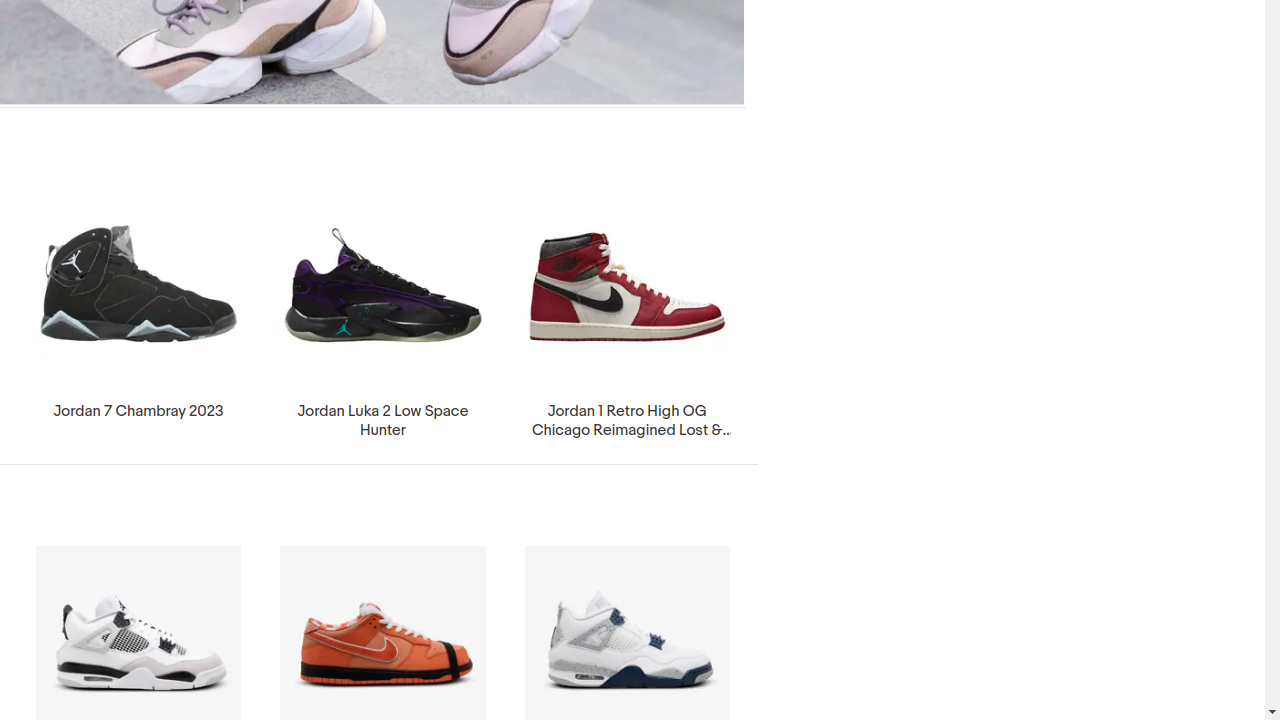 The image size is (1280, 720). Describe the element at coordinates (382, 314) in the screenshot. I see `'Jordan Luka 2 Low Space Hunter'` at that location.